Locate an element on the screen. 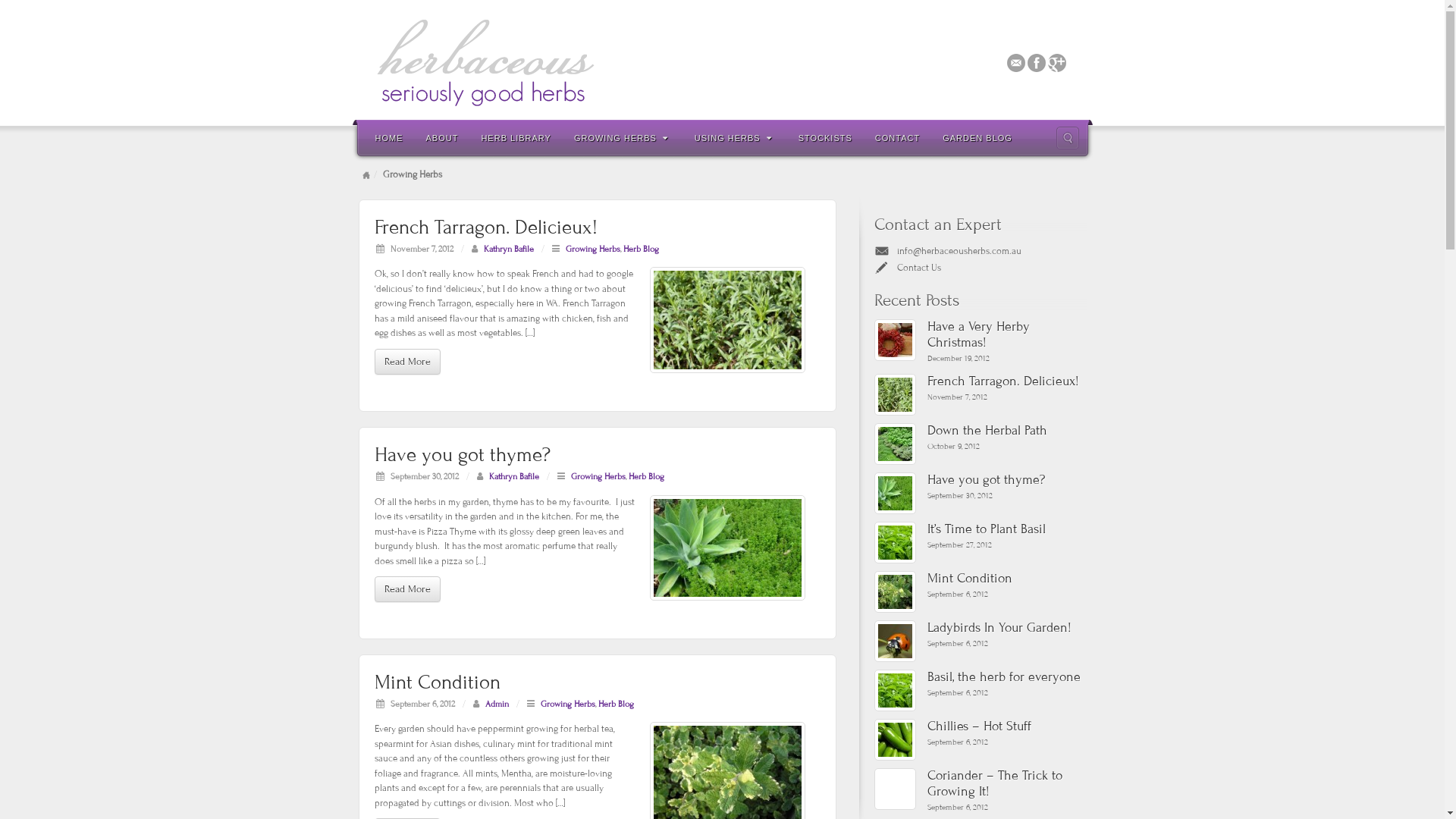 The image size is (1456, 819). 'GROWING HERBS' is located at coordinates (623, 137).